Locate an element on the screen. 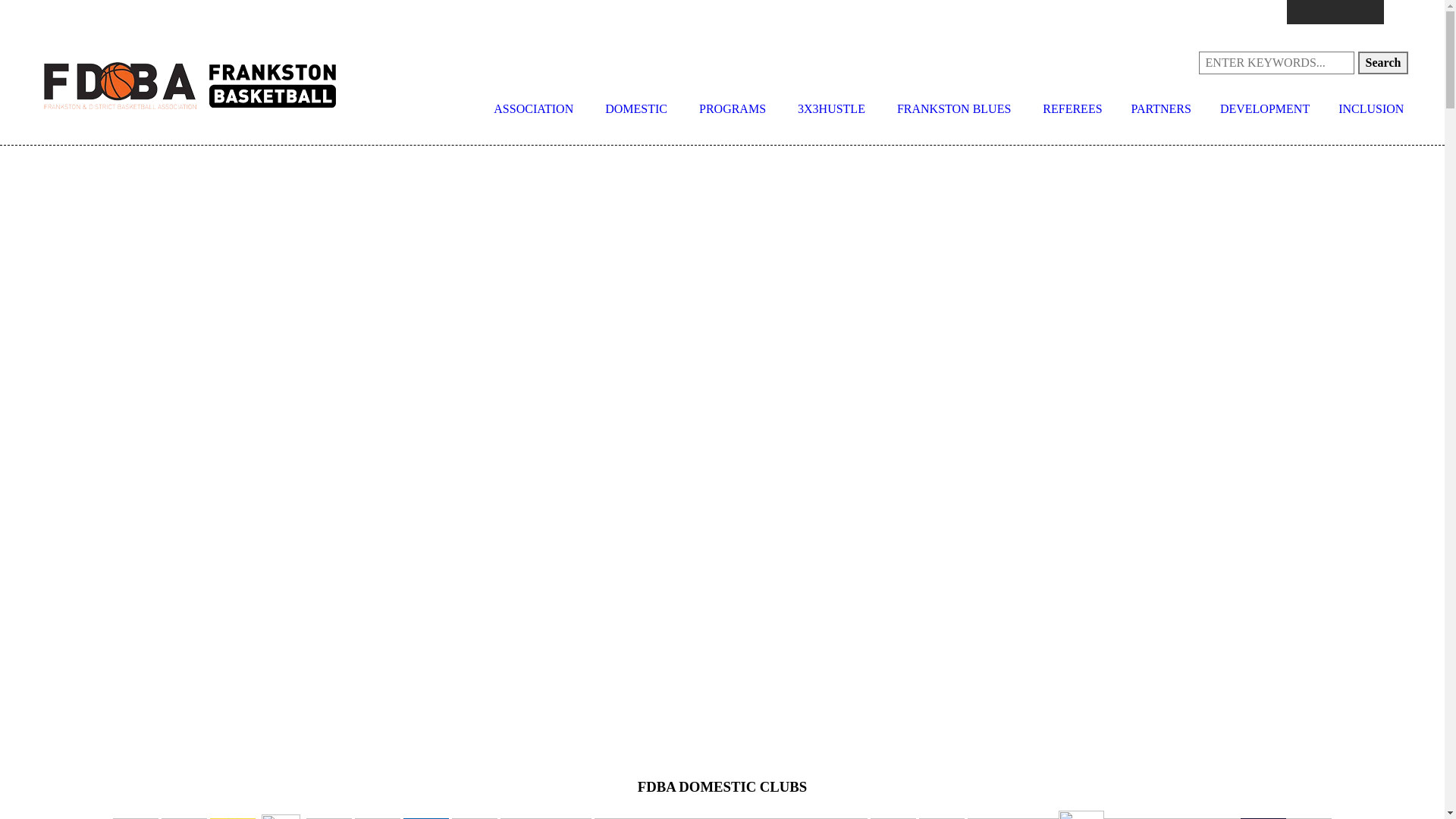  'LinkedIn' is located at coordinates (1383, 11).